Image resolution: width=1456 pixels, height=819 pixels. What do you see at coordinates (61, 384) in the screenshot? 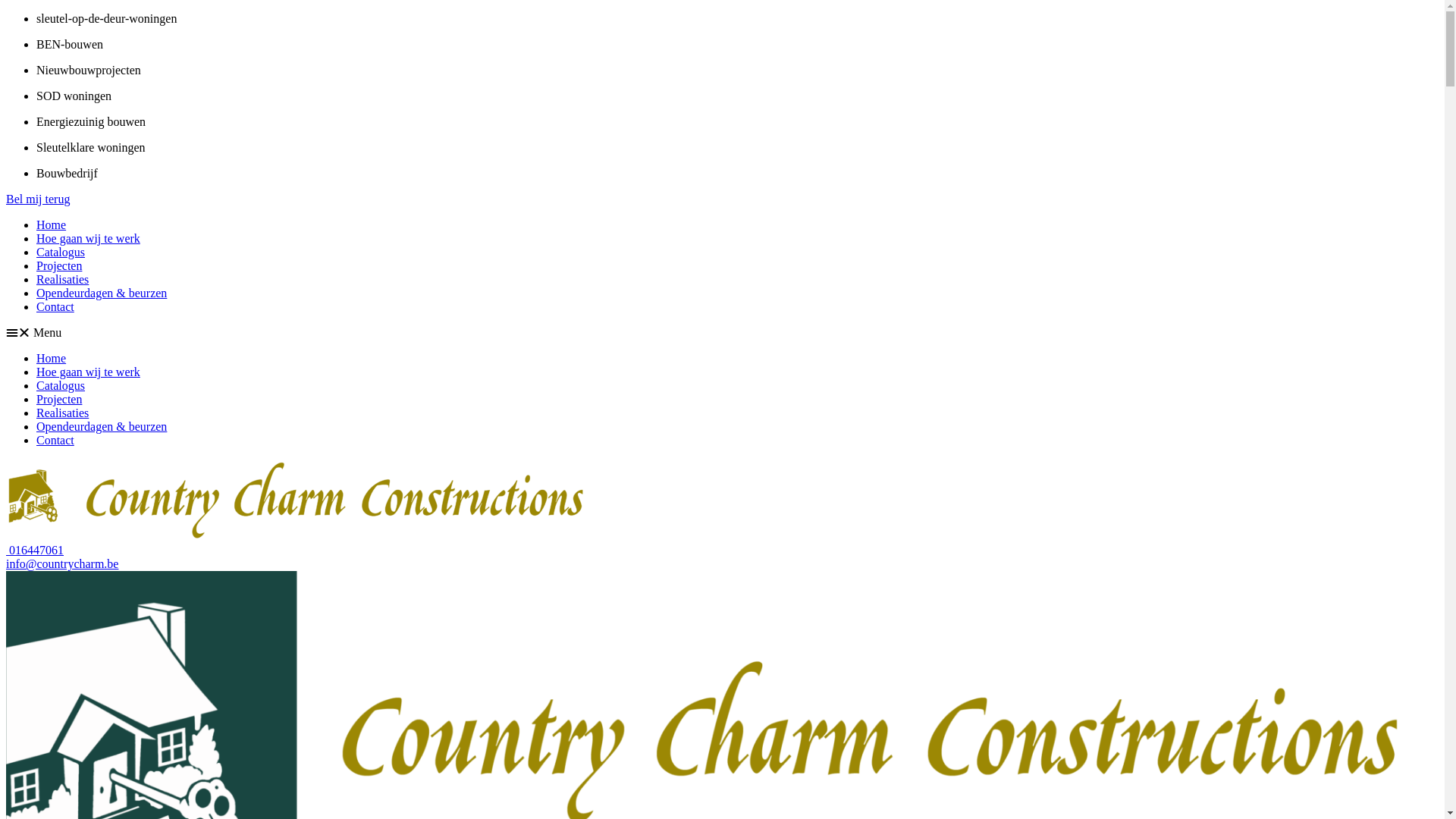
I see `'Catalogus'` at bounding box center [61, 384].